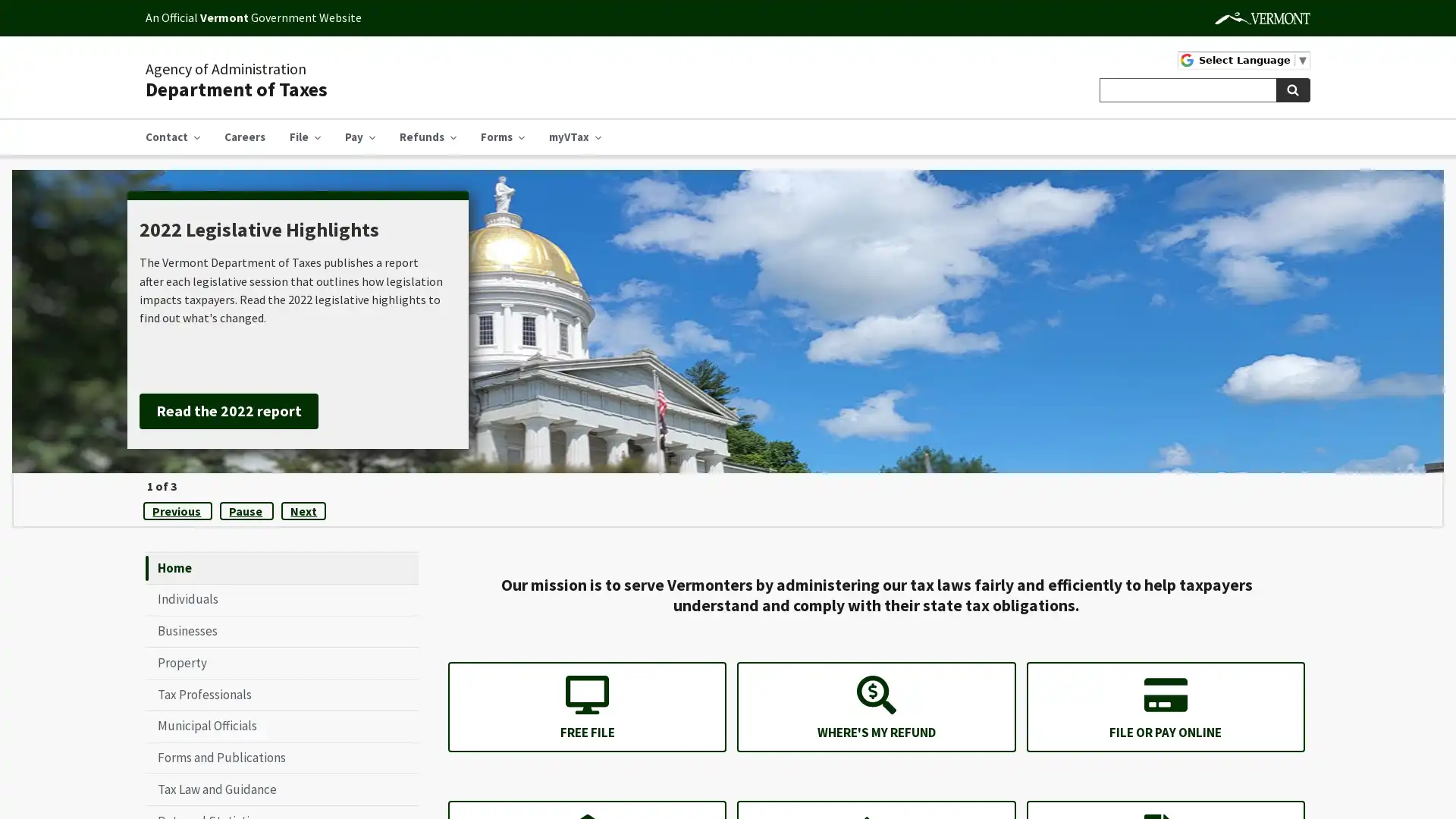  What do you see at coordinates (1291, 90) in the screenshot?
I see `Submit` at bounding box center [1291, 90].